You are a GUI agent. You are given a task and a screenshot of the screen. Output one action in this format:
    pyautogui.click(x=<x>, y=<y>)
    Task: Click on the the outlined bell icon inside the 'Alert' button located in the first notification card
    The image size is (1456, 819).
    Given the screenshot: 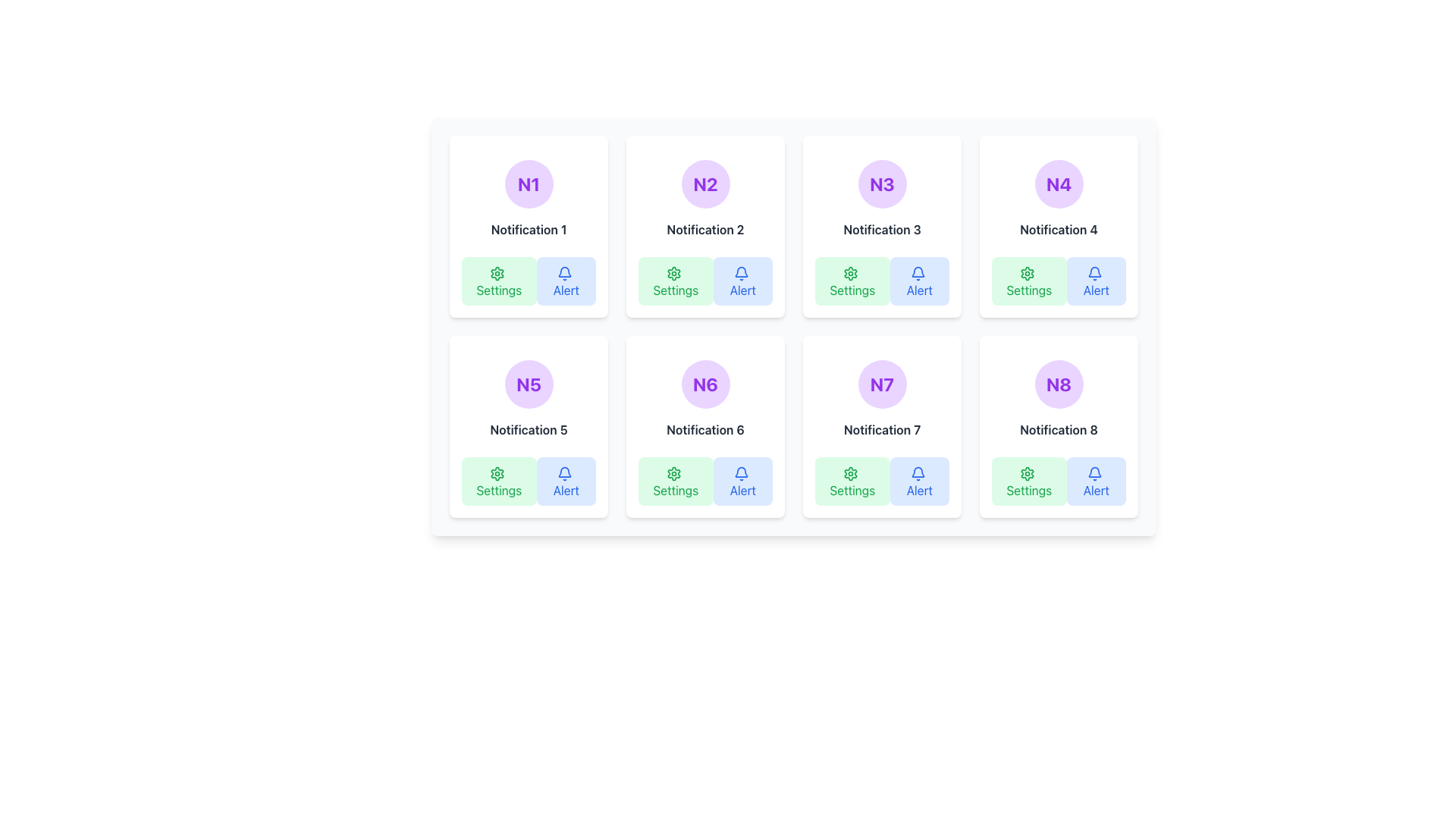 What is the action you would take?
    pyautogui.click(x=563, y=271)
    